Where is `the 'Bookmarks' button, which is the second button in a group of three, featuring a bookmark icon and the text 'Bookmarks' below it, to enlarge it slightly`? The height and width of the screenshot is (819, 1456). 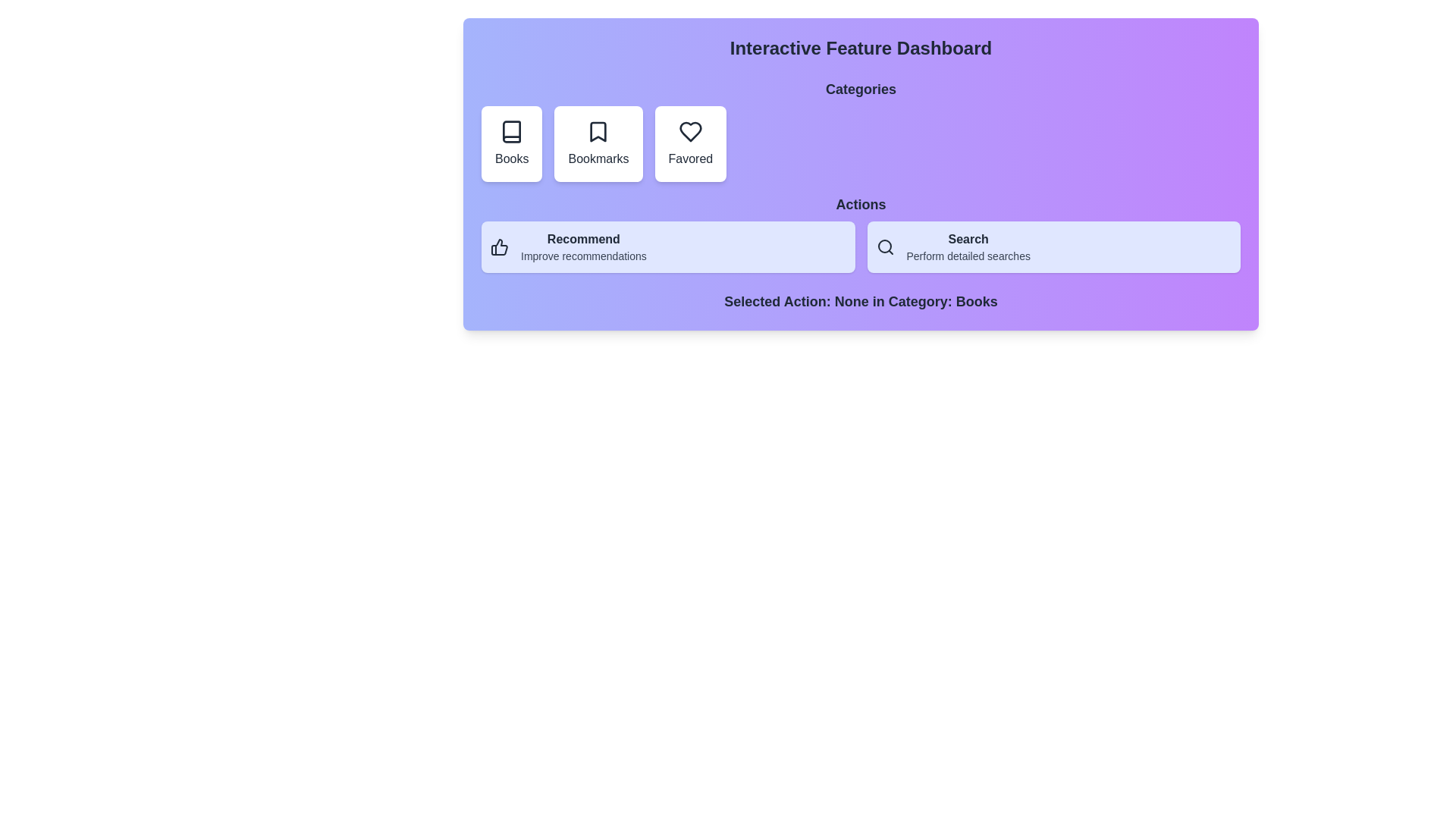
the 'Bookmarks' button, which is the second button in a group of three, featuring a bookmark icon and the text 'Bookmarks' below it, to enlarge it slightly is located at coordinates (598, 143).